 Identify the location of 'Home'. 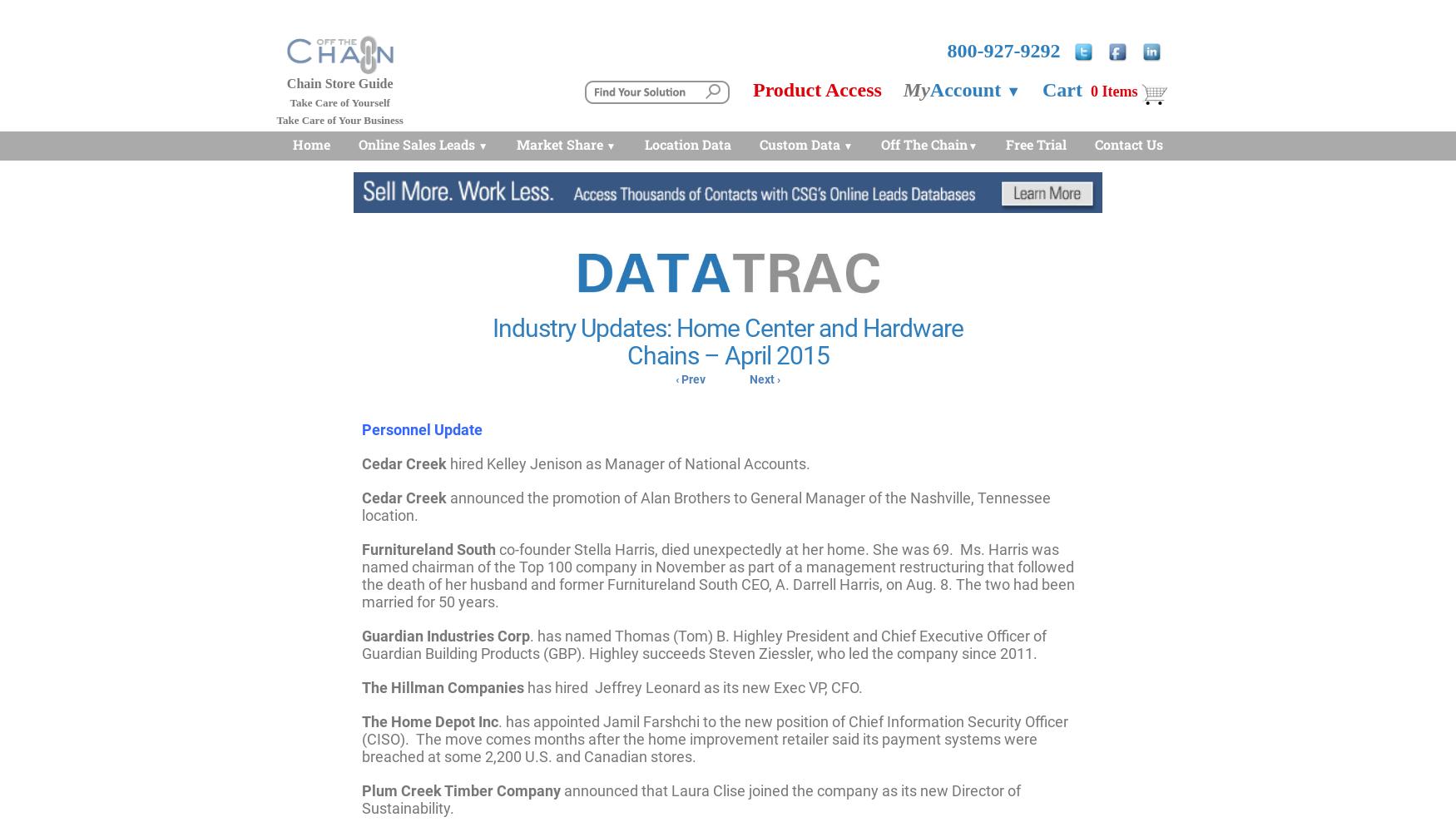
(310, 144).